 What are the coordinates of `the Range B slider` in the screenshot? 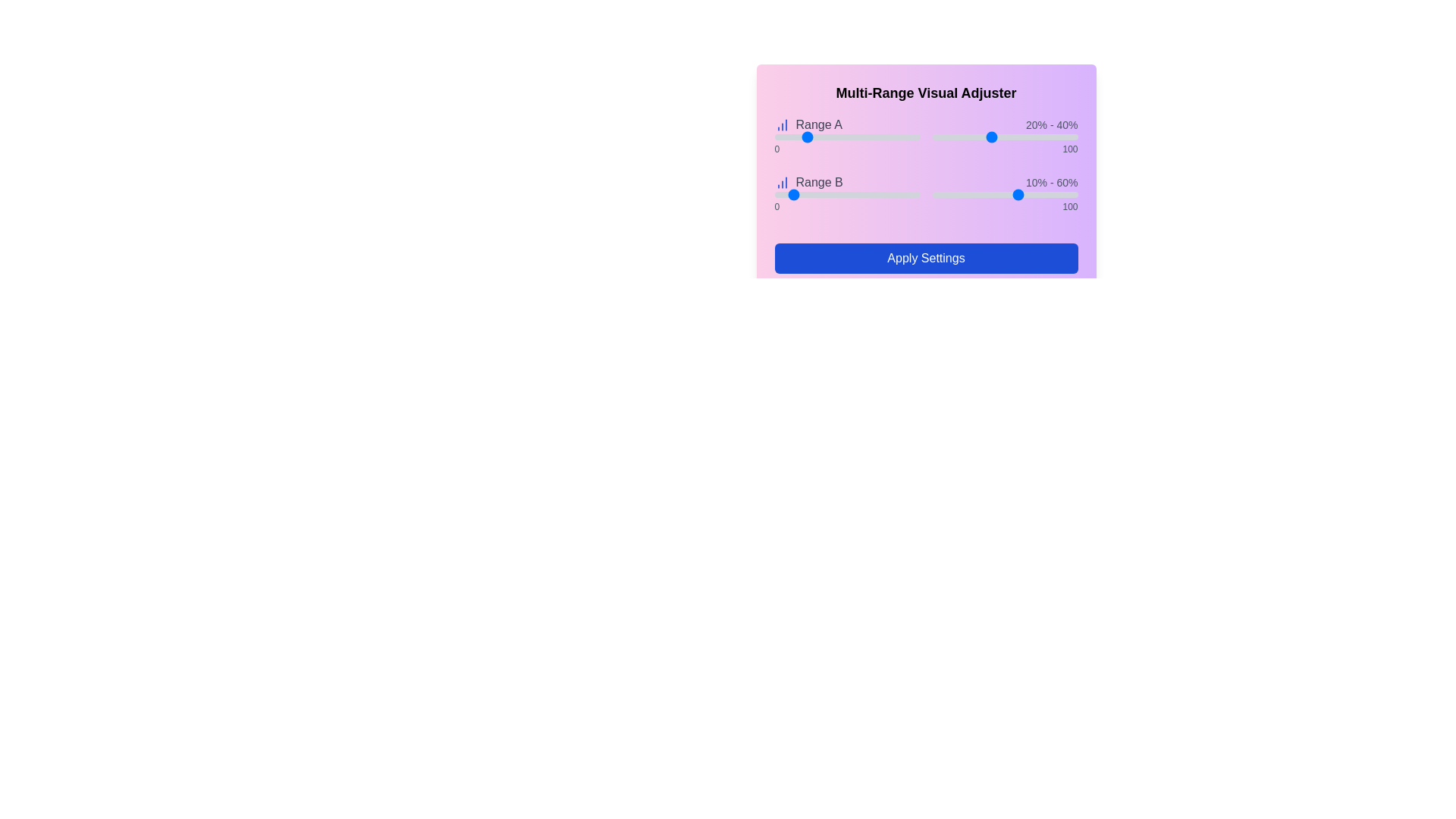 It's located at (1052, 194).